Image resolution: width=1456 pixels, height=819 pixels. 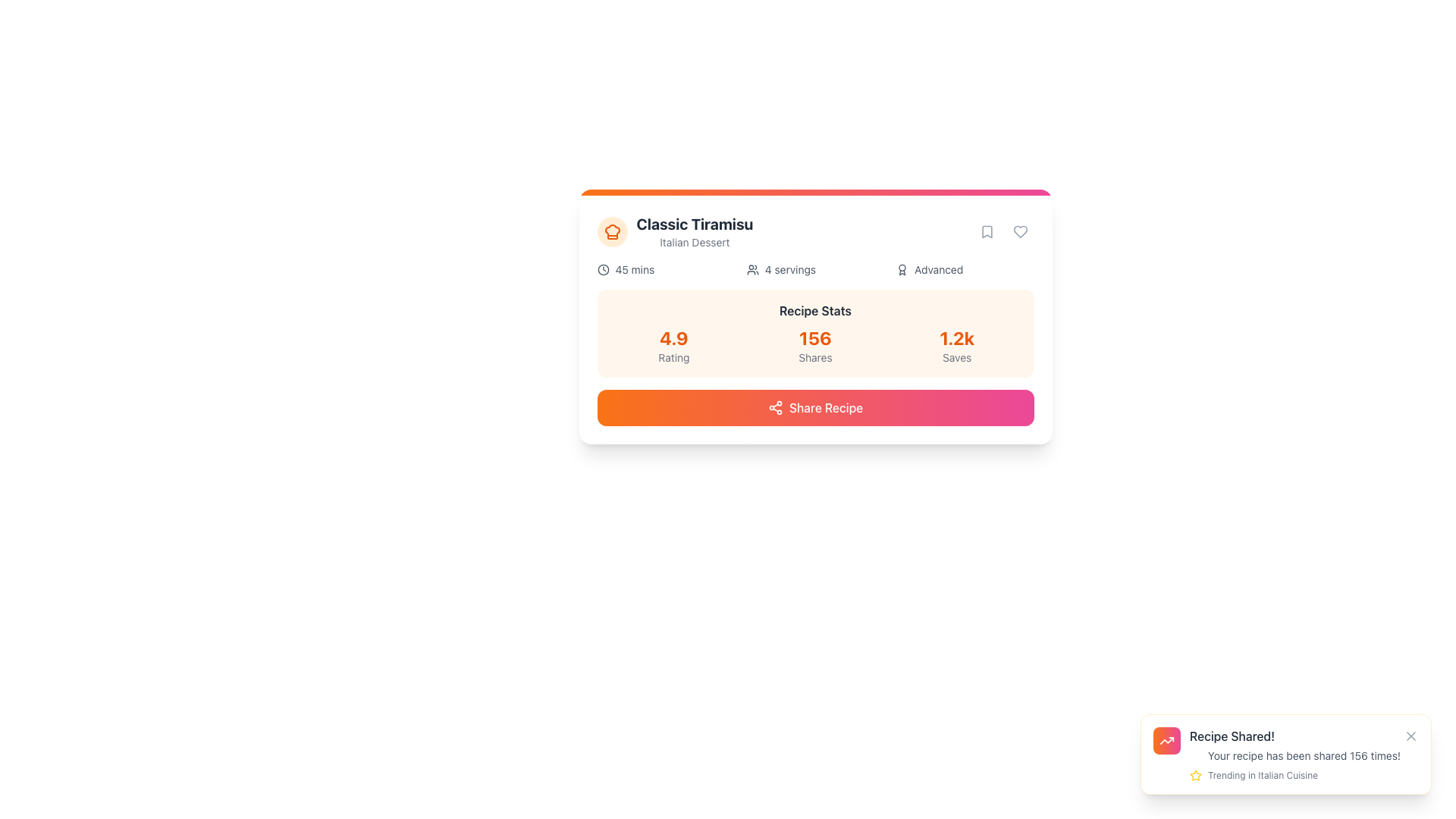 I want to click on the heart-shaped 'like' icon outlined in gray located in the top-right corner of the recipe details card, so click(x=1020, y=231).